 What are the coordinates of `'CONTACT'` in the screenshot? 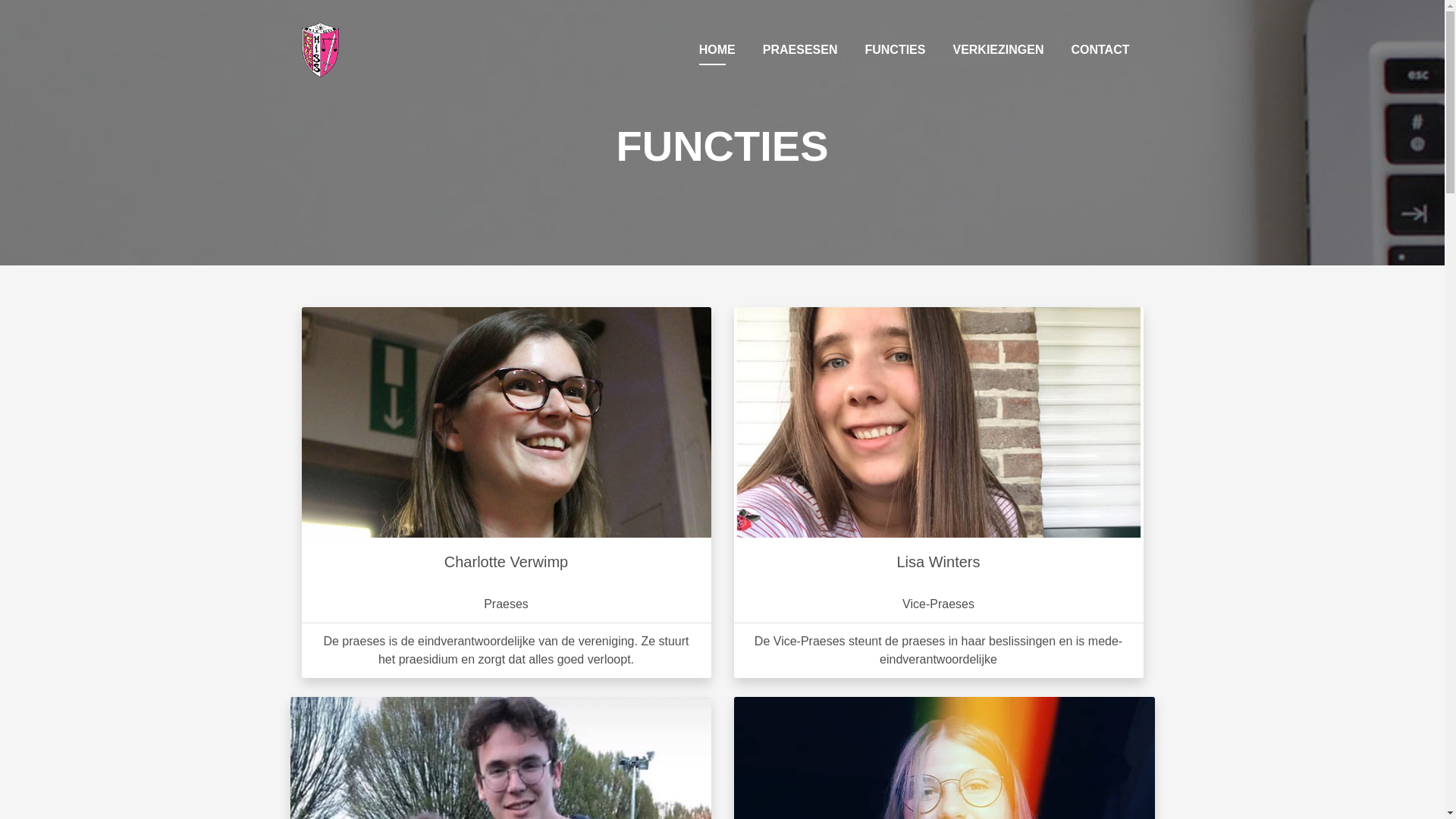 It's located at (1063, 49).